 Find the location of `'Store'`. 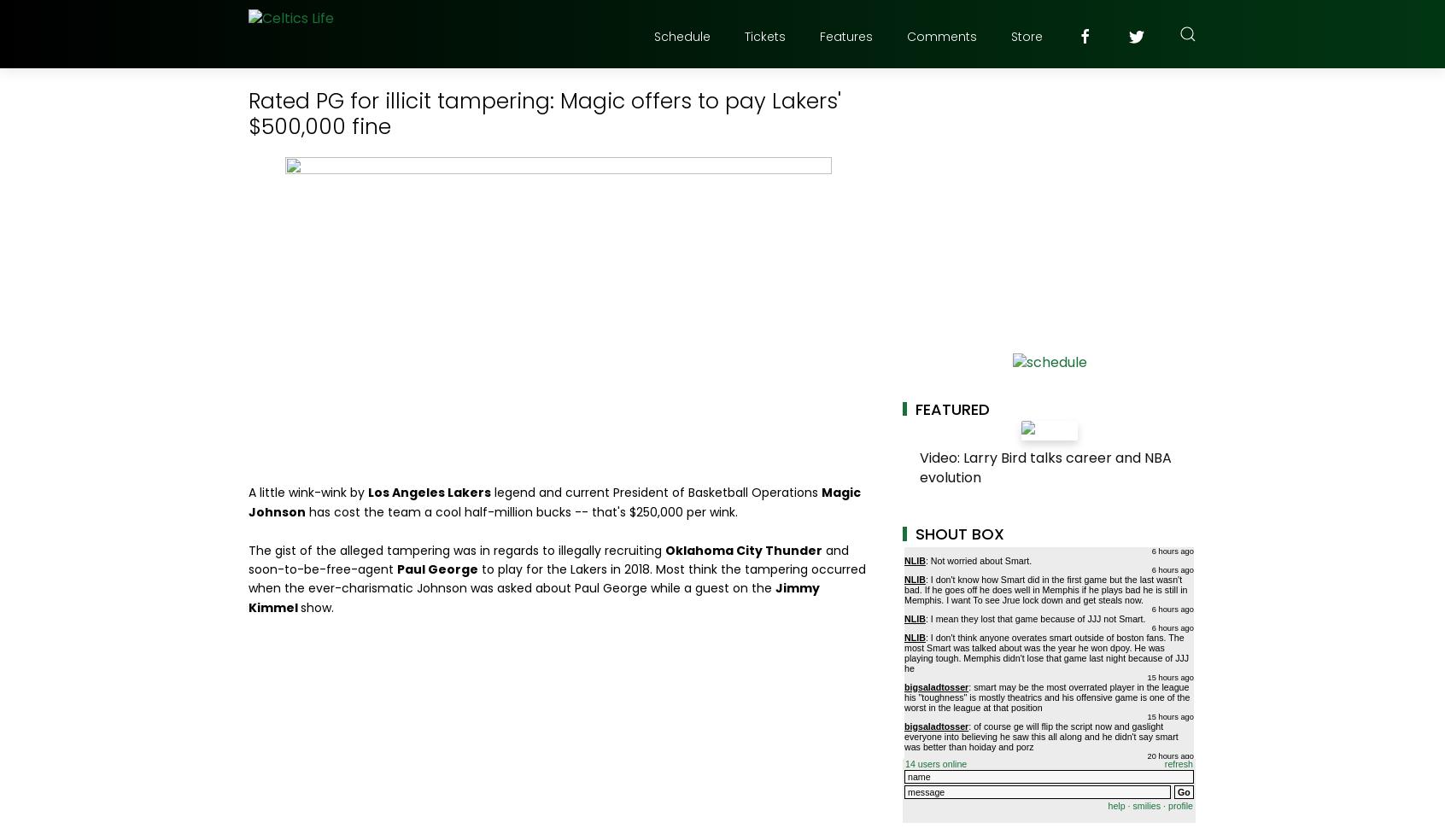

'Store' is located at coordinates (1027, 36).